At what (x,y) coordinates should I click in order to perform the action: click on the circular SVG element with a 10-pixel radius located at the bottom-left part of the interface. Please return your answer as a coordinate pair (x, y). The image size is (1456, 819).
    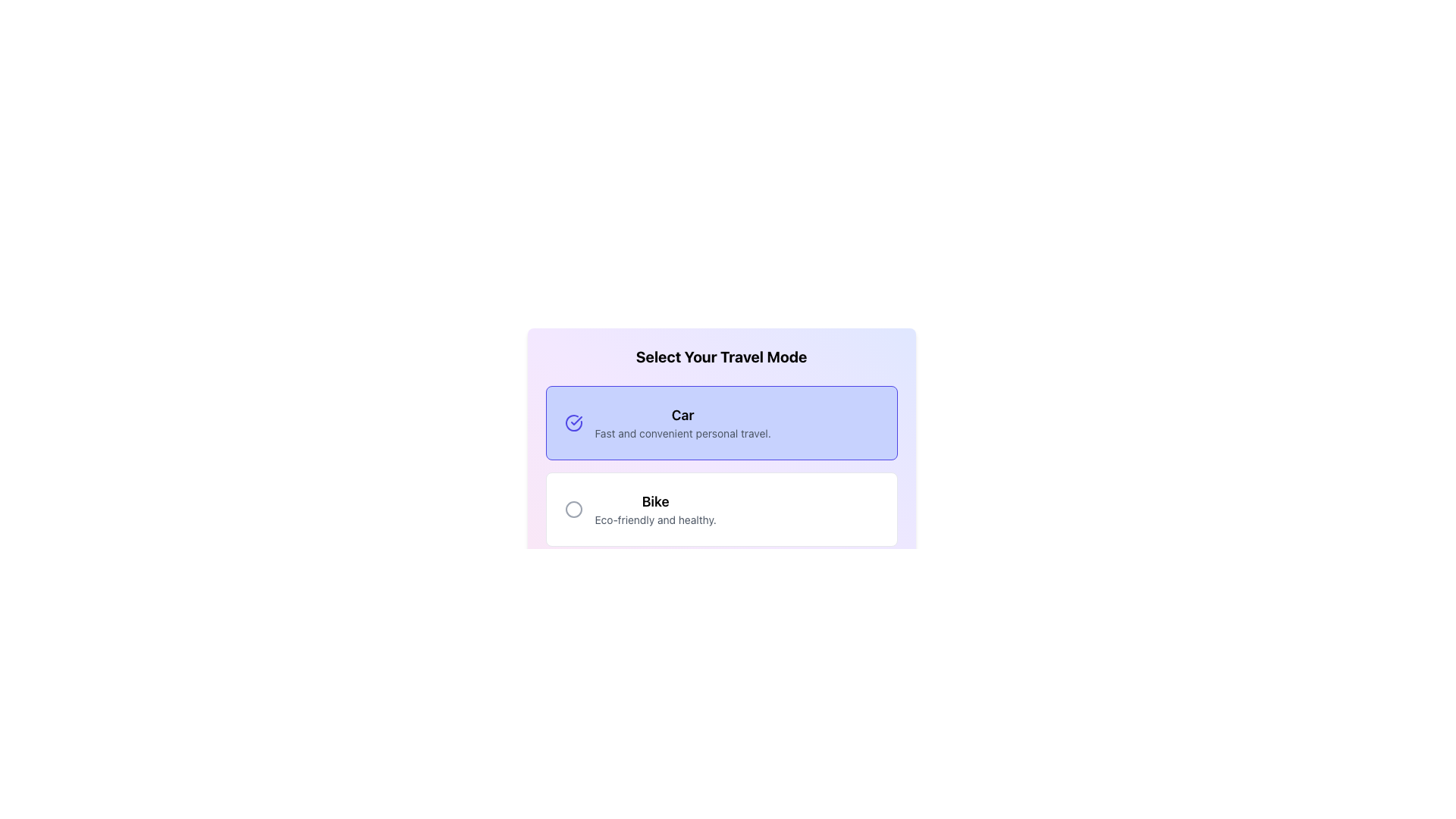
    Looking at the image, I should click on (573, 595).